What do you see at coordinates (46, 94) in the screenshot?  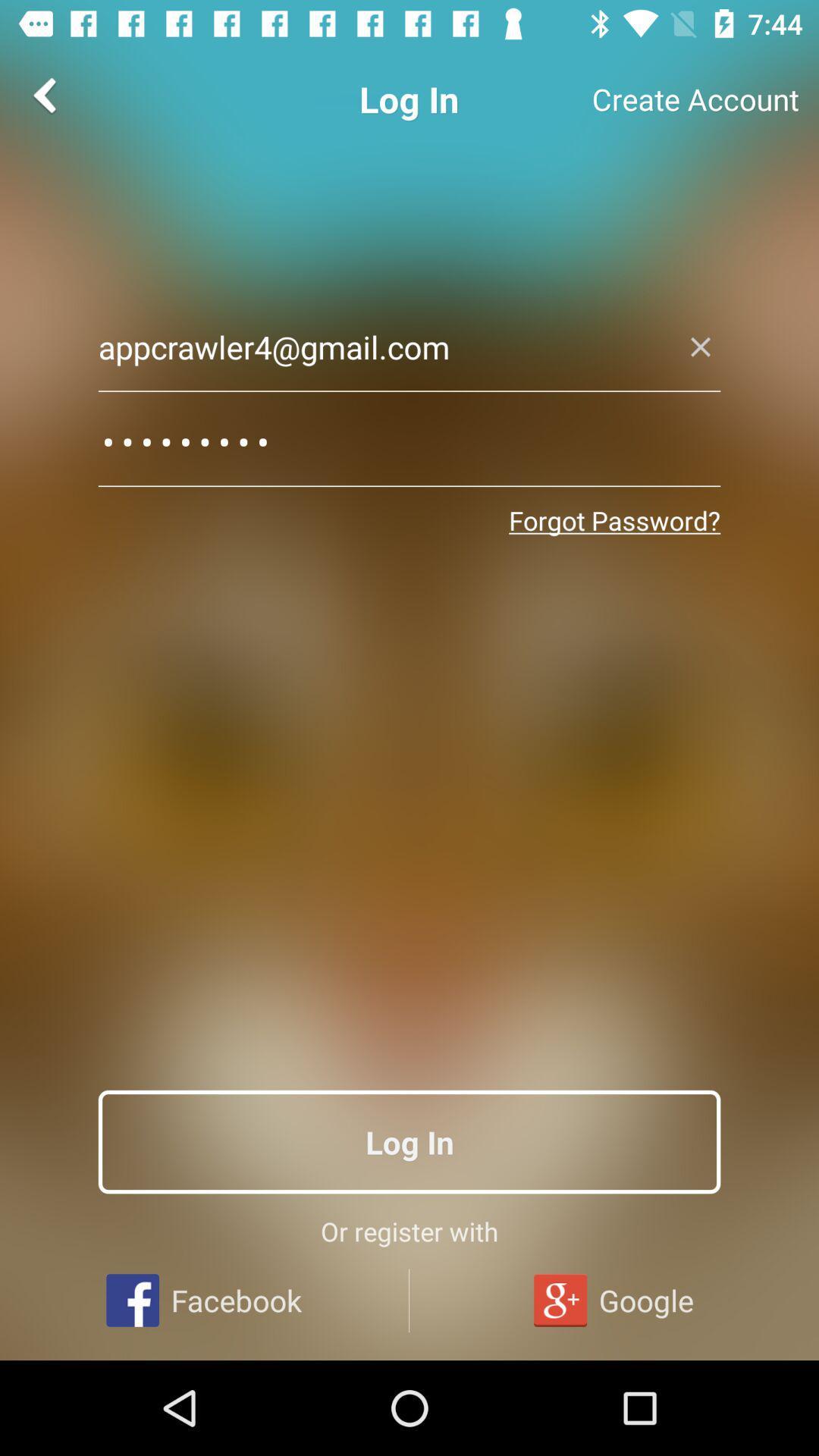 I see `the arrow_backward icon` at bounding box center [46, 94].